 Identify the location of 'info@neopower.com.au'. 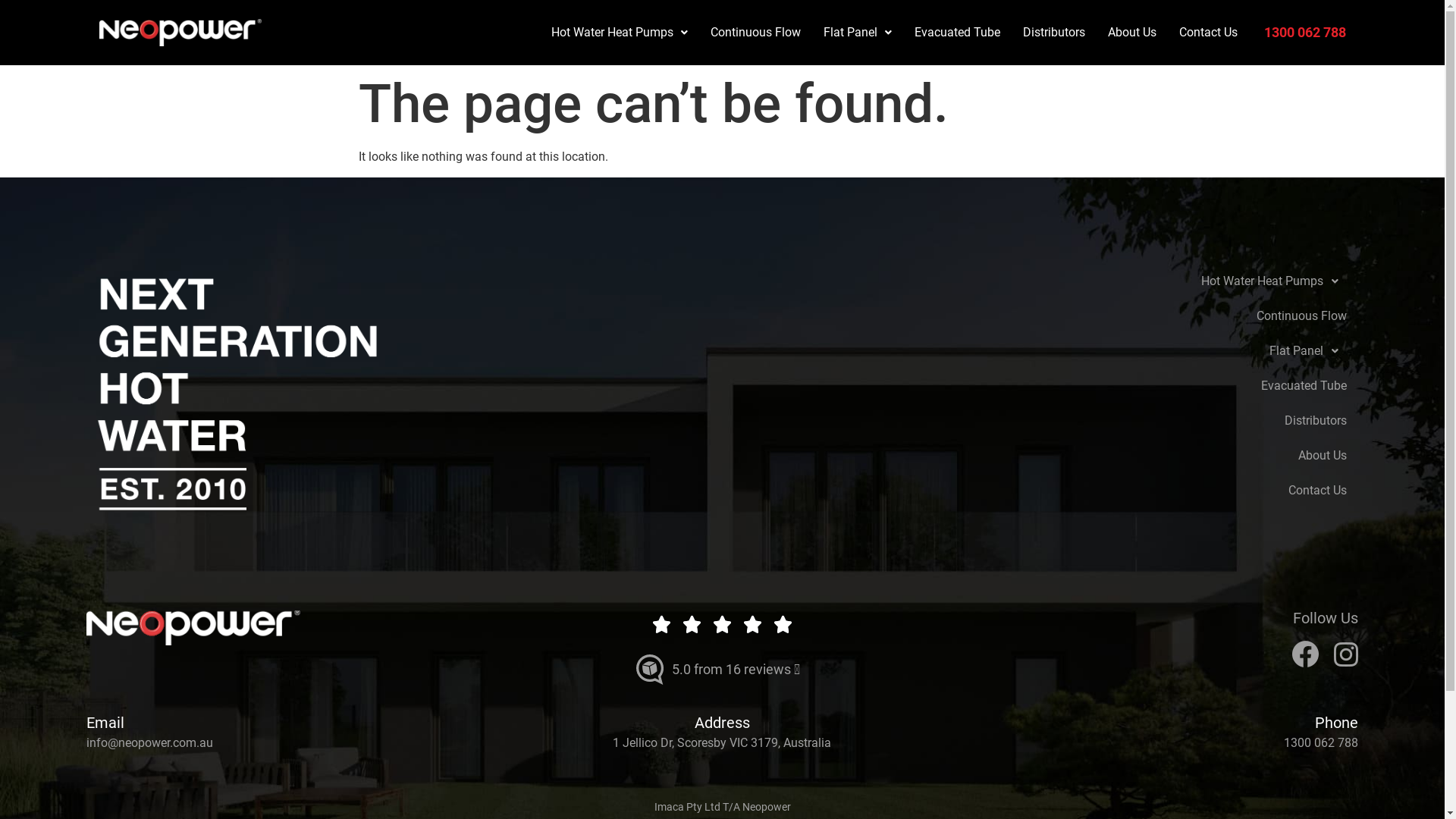
(149, 742).